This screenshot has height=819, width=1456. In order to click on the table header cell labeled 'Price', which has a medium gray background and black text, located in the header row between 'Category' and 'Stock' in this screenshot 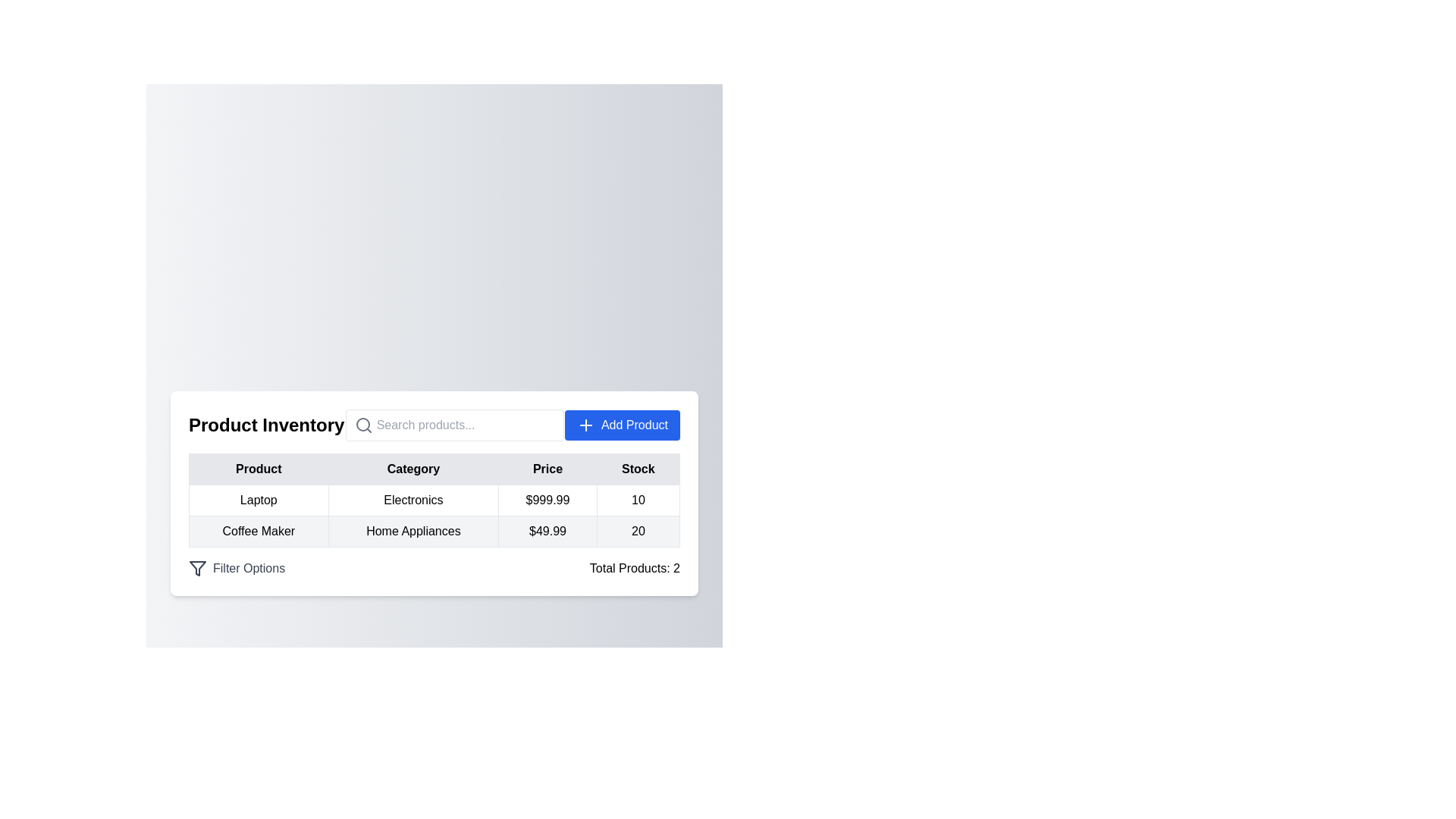, I will do `click(547, 468)`.